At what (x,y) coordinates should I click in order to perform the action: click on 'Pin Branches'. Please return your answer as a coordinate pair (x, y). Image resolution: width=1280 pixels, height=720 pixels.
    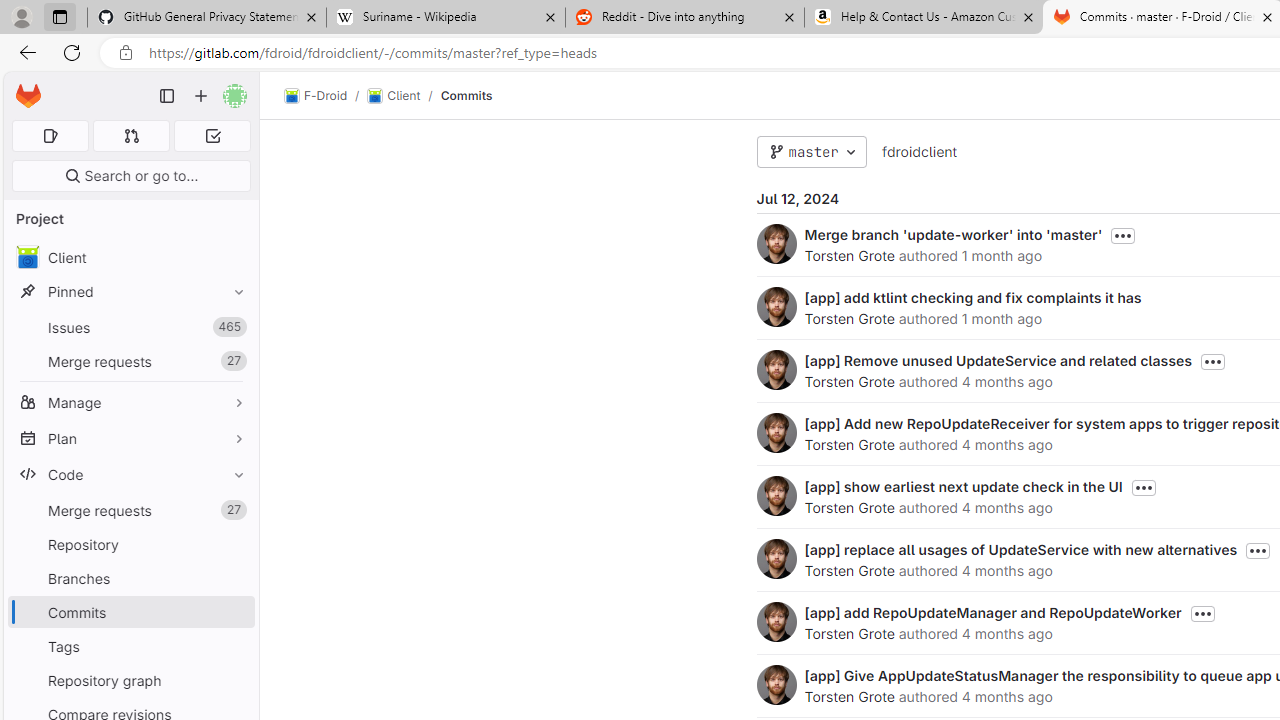
    Looking at the image, I should click on (234, 578).